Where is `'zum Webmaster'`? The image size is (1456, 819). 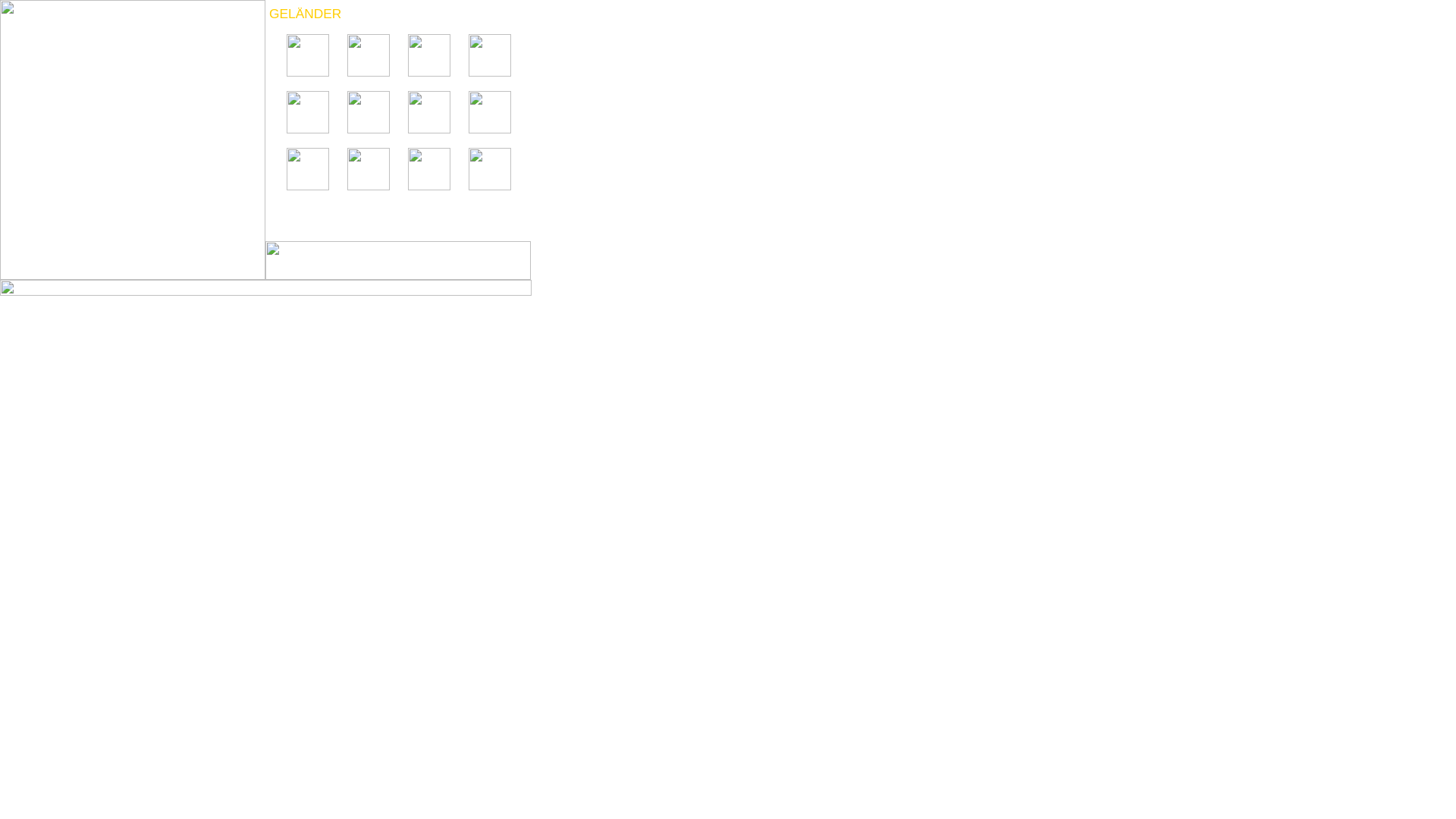 'zum Webmaster' is located at coordinates (0, 293).